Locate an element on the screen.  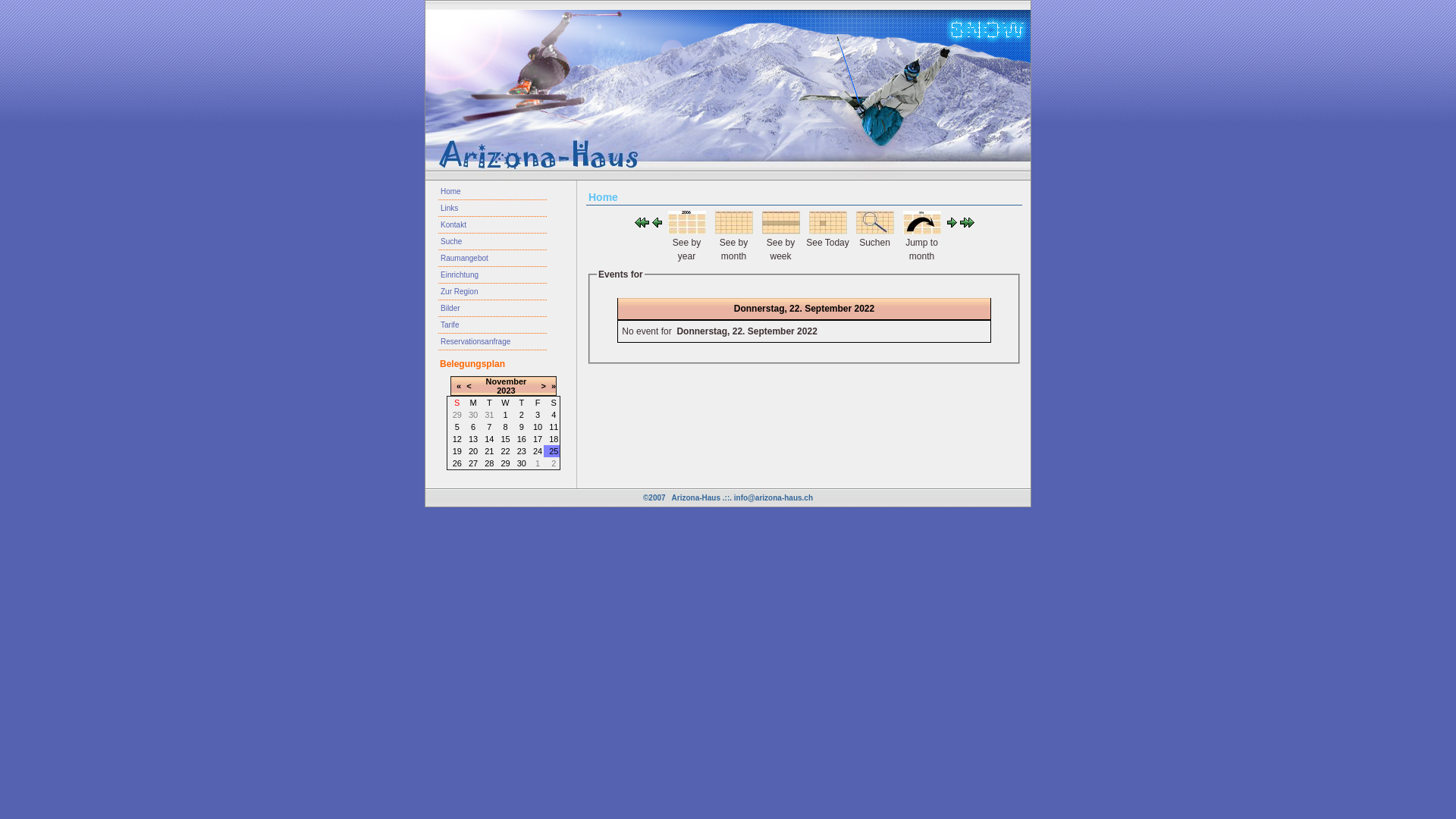
'30' is located at coordinates (521, 462).